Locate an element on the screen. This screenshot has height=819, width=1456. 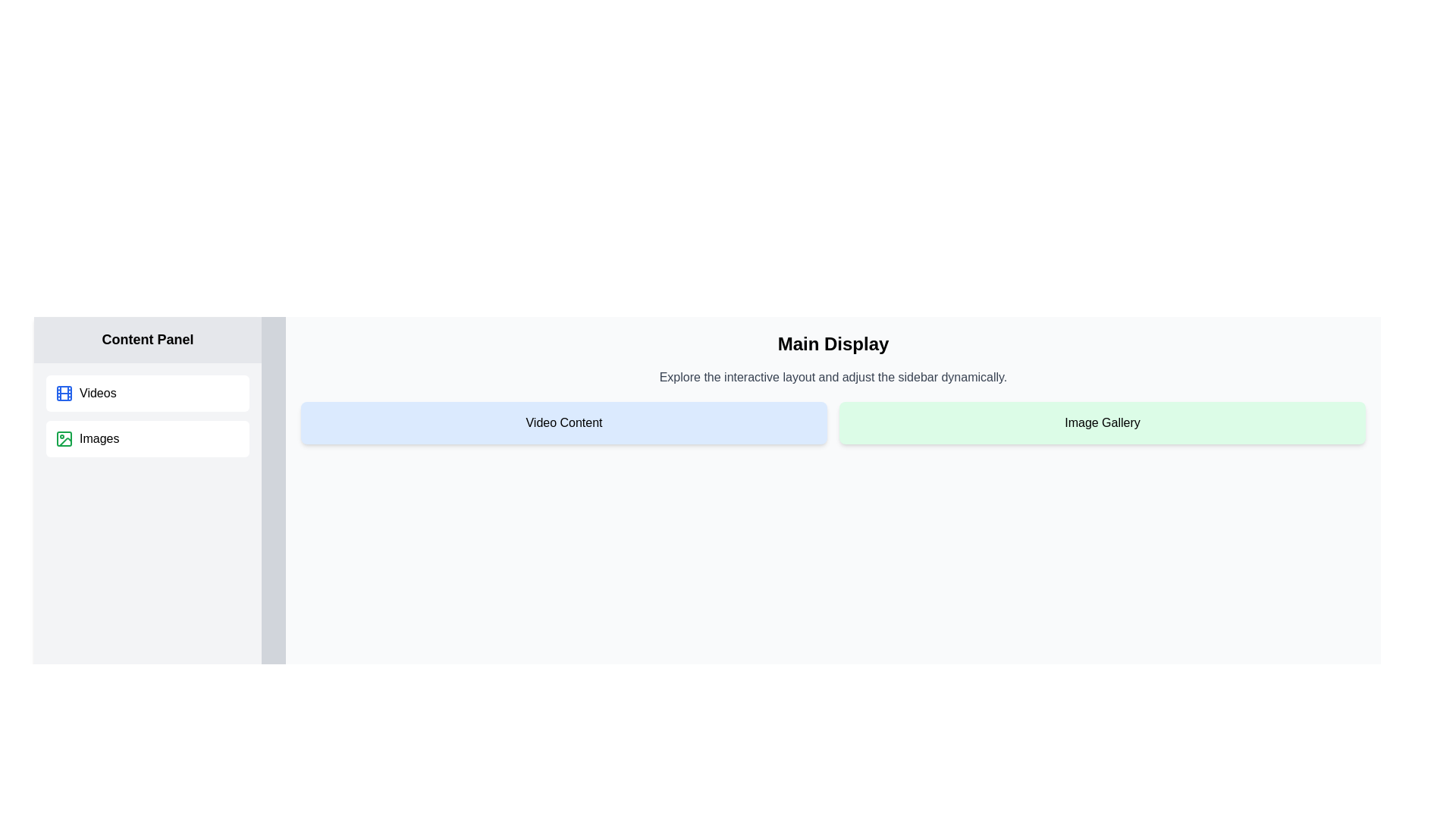
the button labeled 'Images' which is located inside the 'Content Panel' section, below the 'Videos' button is located at coordinates (148, 438).